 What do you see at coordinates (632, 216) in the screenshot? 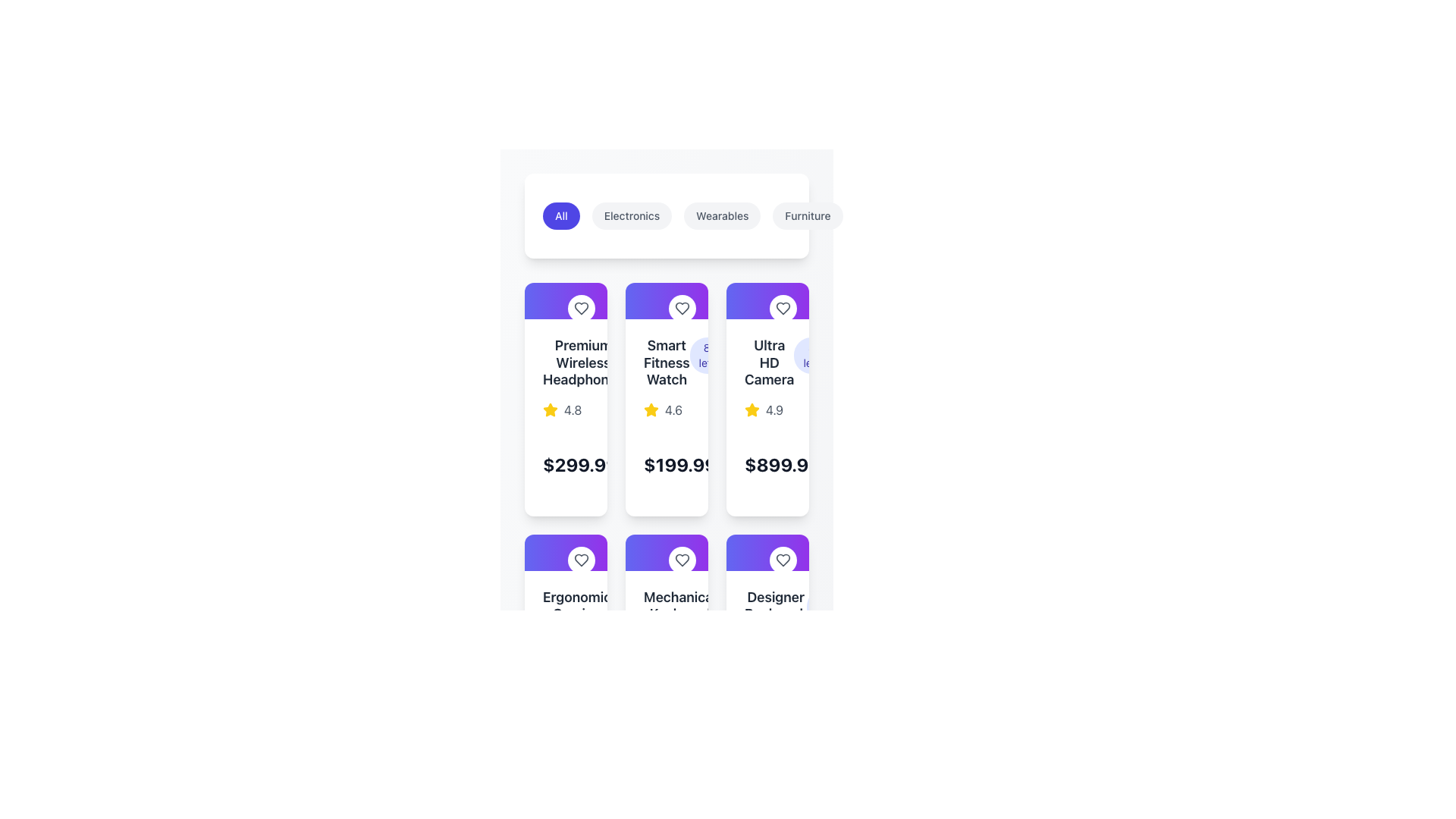
I see `the 'Electronics' button, which is styled with a light gray background and dark gray text` at bounding box center [632, 216].